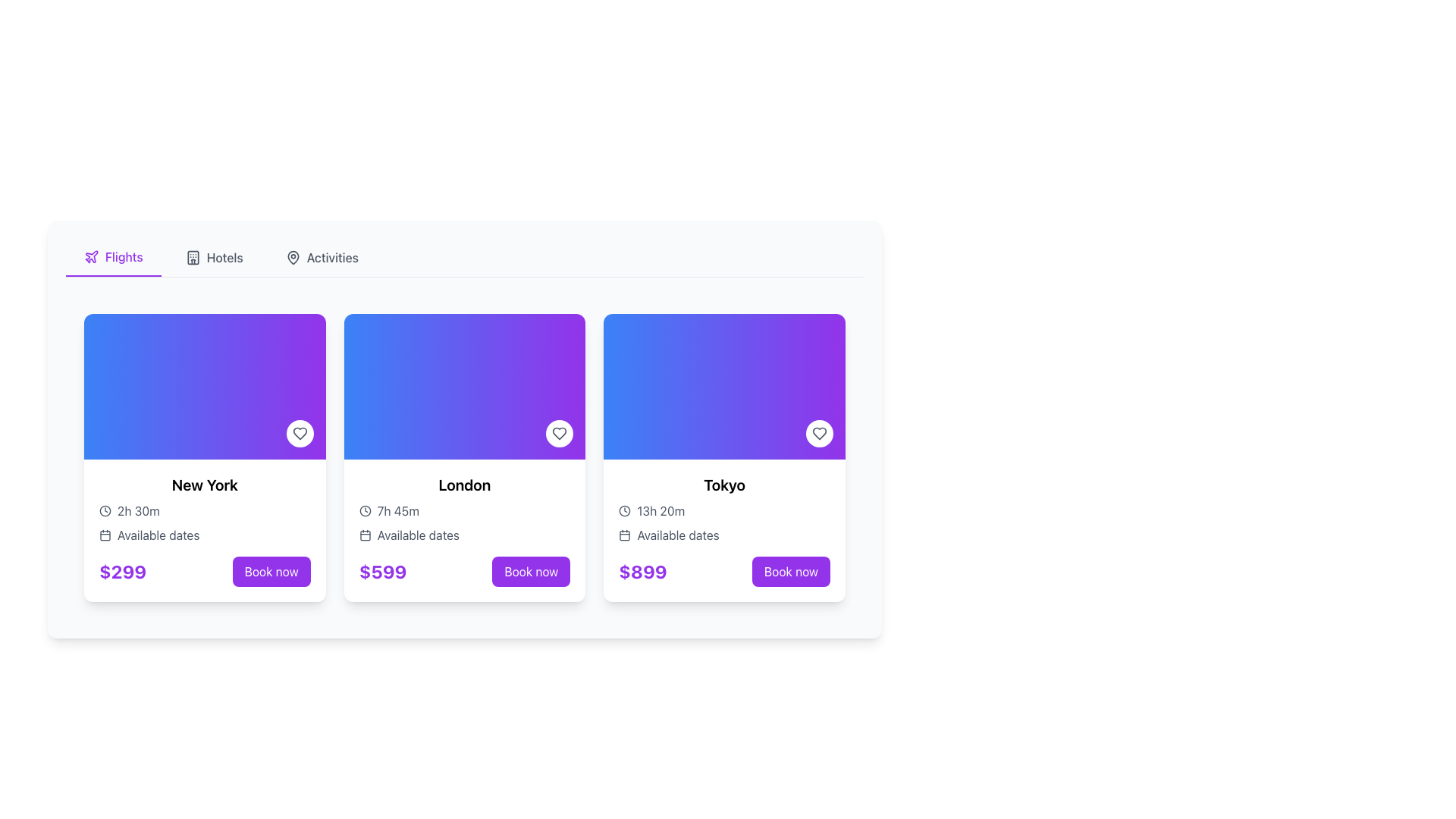 The image size is (1456, 819). Describe the element at coordinates (271, 571) in the screenshot. I see `the purple 'Book now' button with rounded corners located at the bottom right corner of the leftmost card in the grid to initiate booking` at that location.